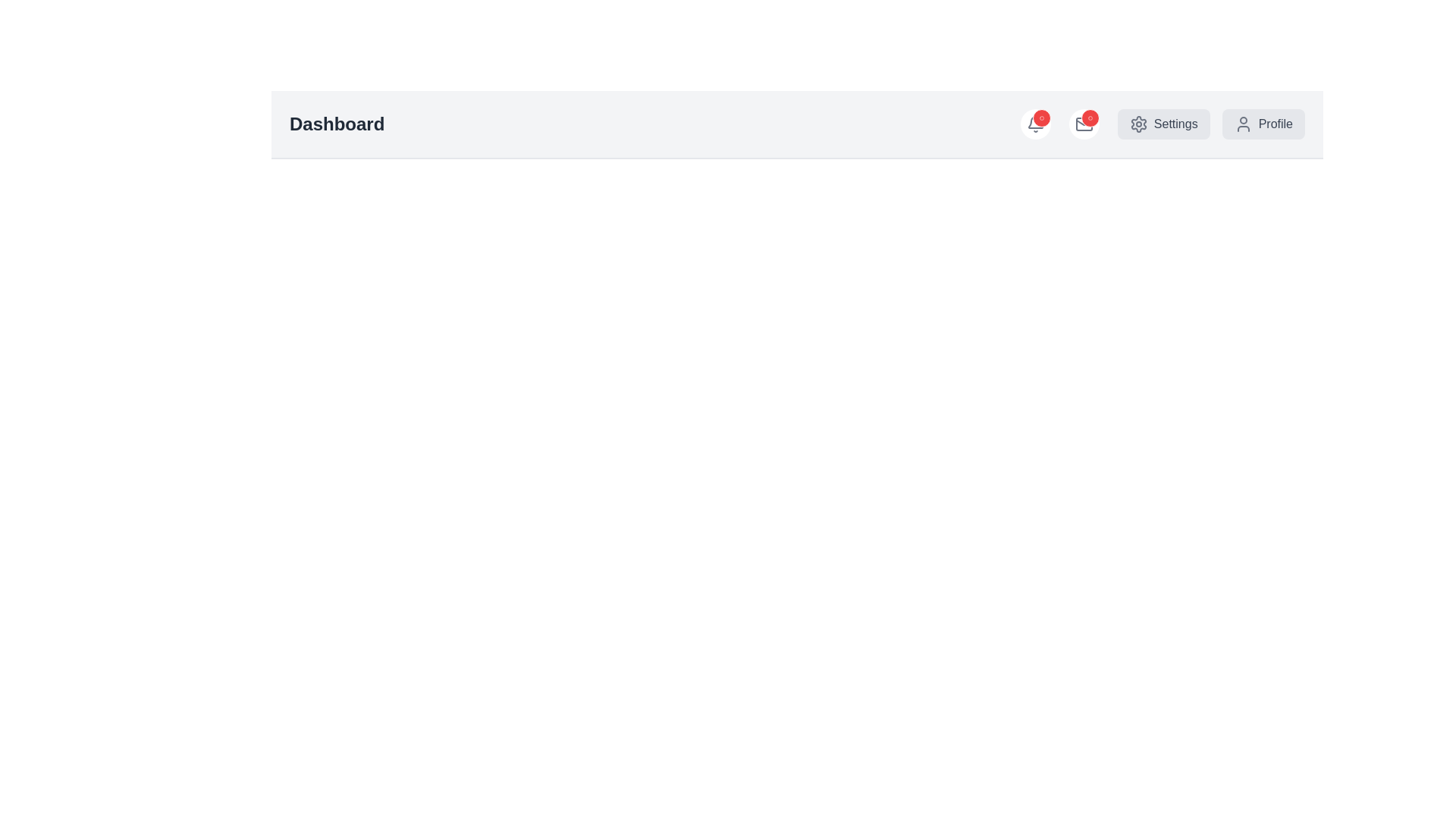 The height and width of the screenshot is (819, 1456). Describe the element at coordinates (1083, 124) in the screenshot. I see `the envelope icon, which is a rounded rectangular shape in the top-right area of the header bar, next to the settings gear icon and user profile icon` at that location.